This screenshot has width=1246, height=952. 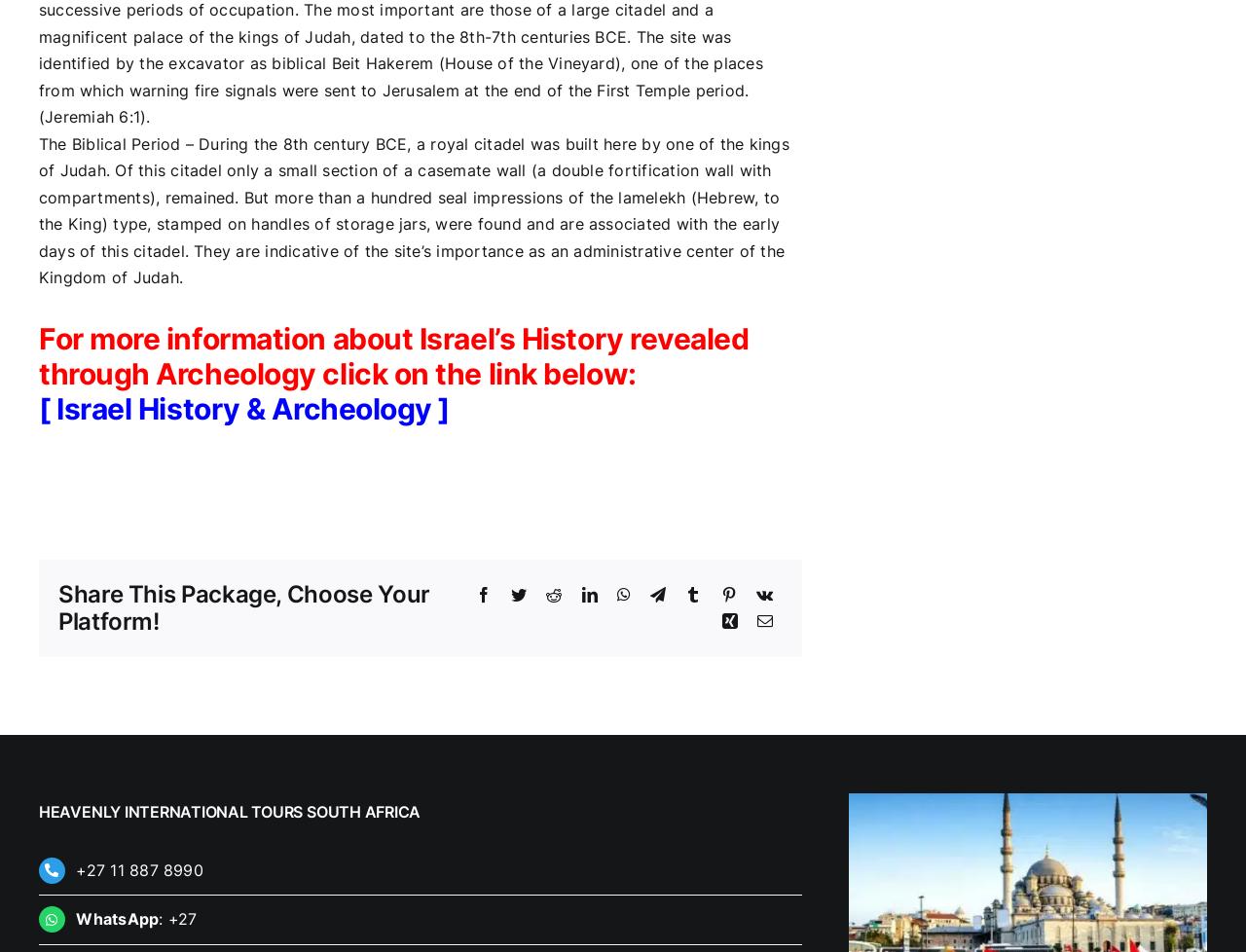 What do you see at coordinates (241, 606) in the screenshot?
I see `'Share This Package, Choose Your Platform!'` at bounding box center [241, 606].